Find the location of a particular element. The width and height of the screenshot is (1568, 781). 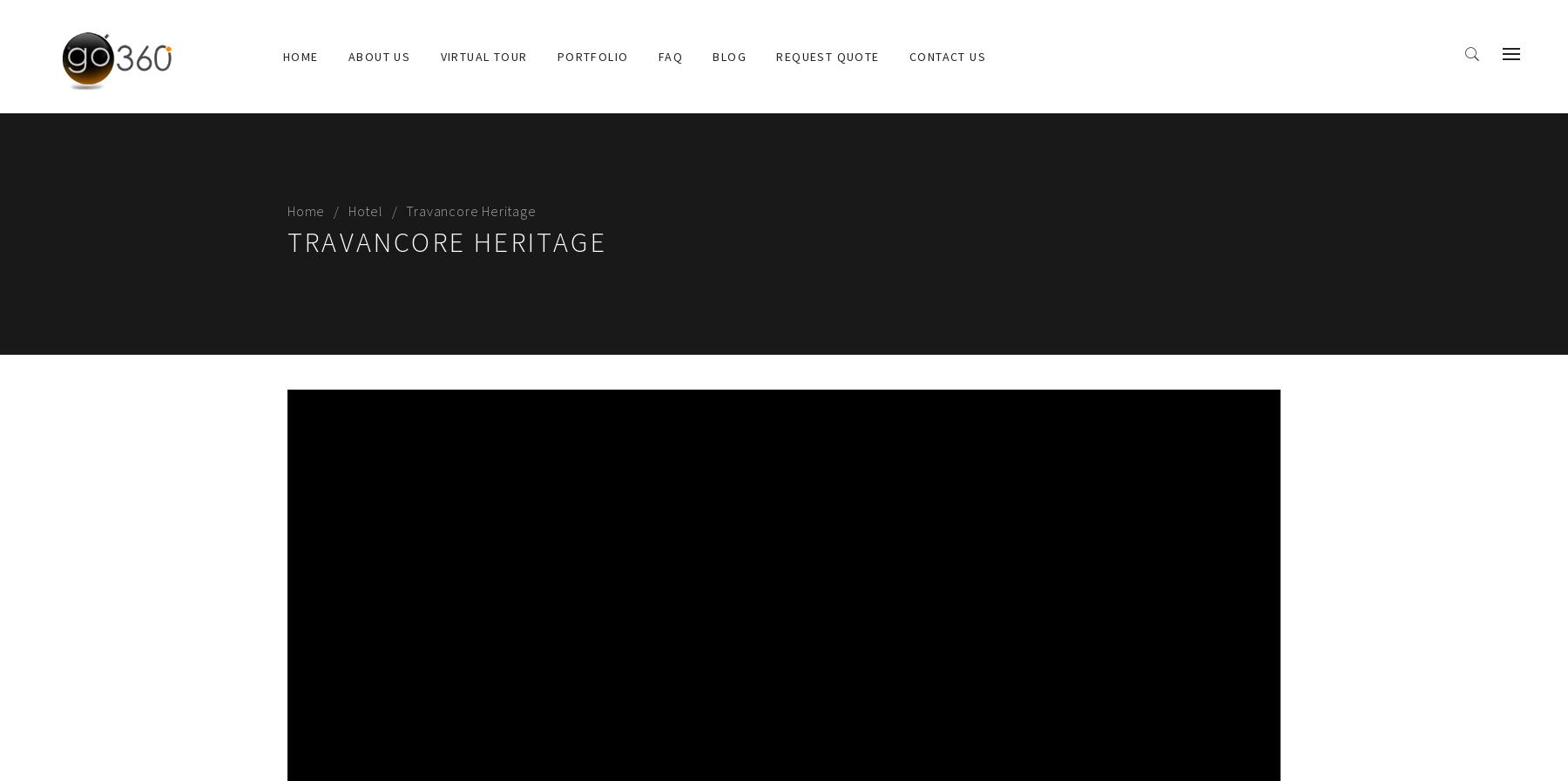

'Hotel' is located at coordinates (365, 210).